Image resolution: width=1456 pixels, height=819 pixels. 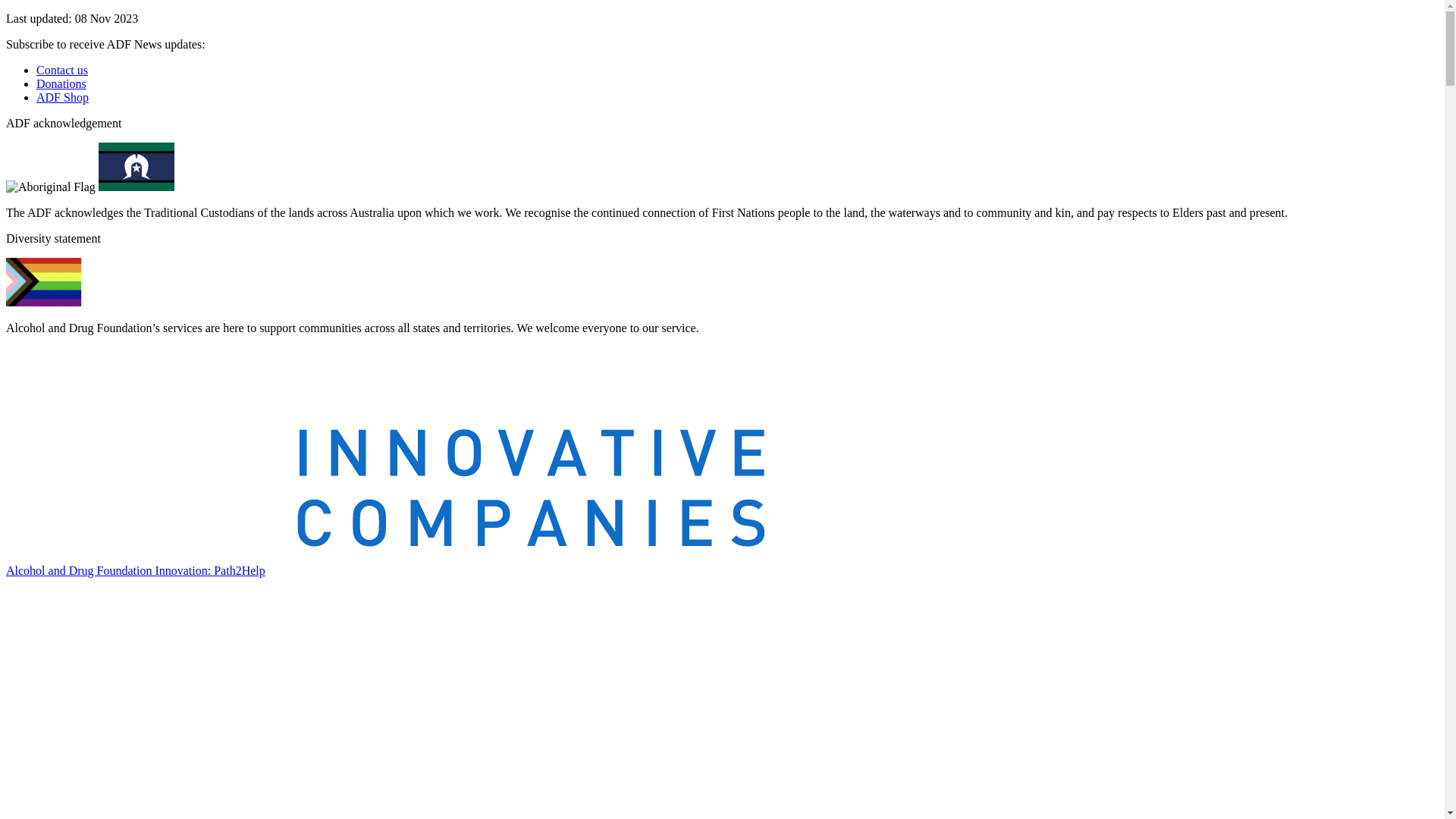 I want to click on '2022 AFR BOSS Most Innovative Companies', so click(x=385, y=447).